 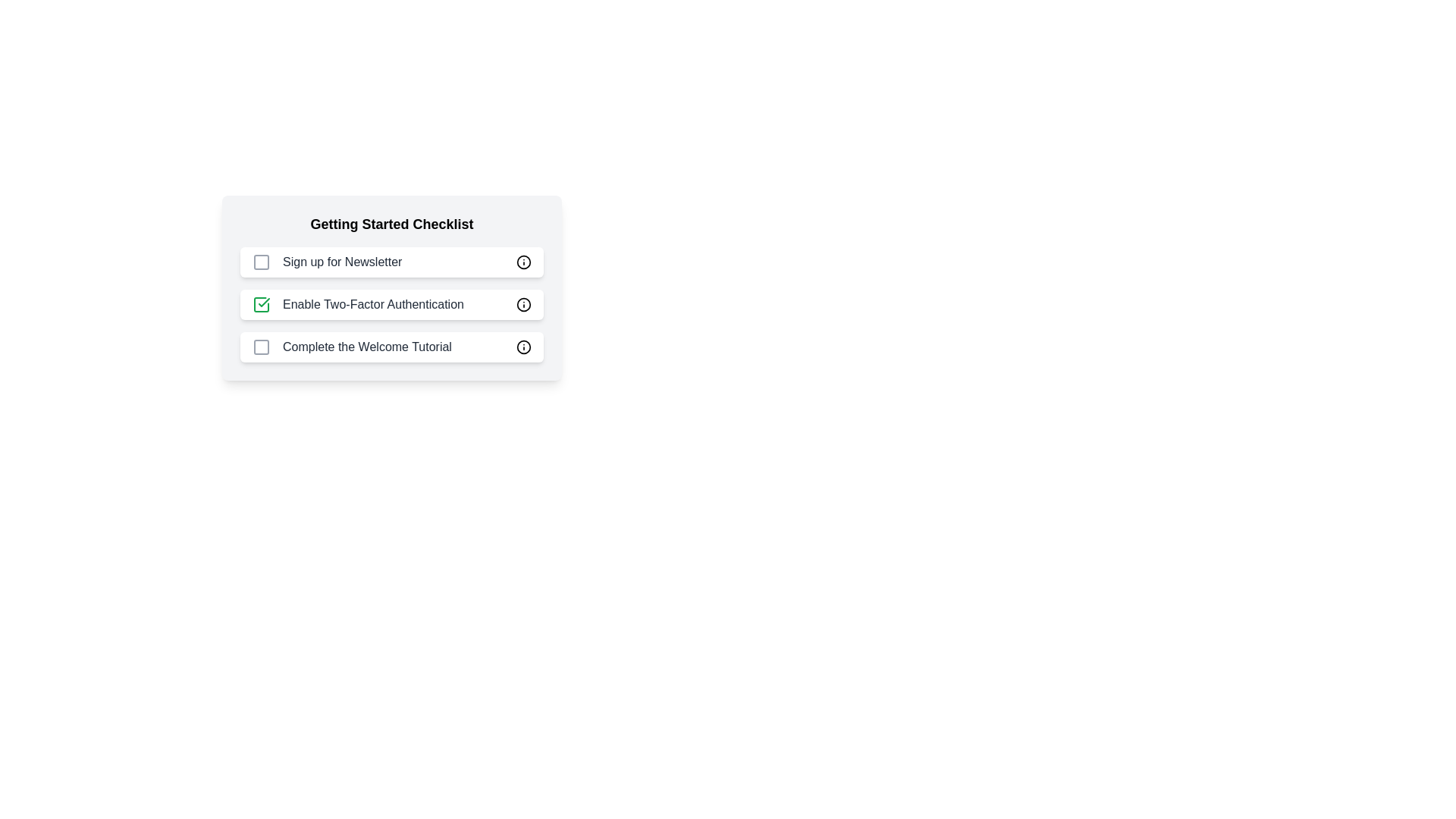 What do you see at coordinates (392, 304) in the screenshot?
I see `the second checklist item related to enabling two-factor authentication, which is positioned between 'Sign up for Newsletter' and 'Complete the Welcome Tutorial'` at bounding box center [392, 304].